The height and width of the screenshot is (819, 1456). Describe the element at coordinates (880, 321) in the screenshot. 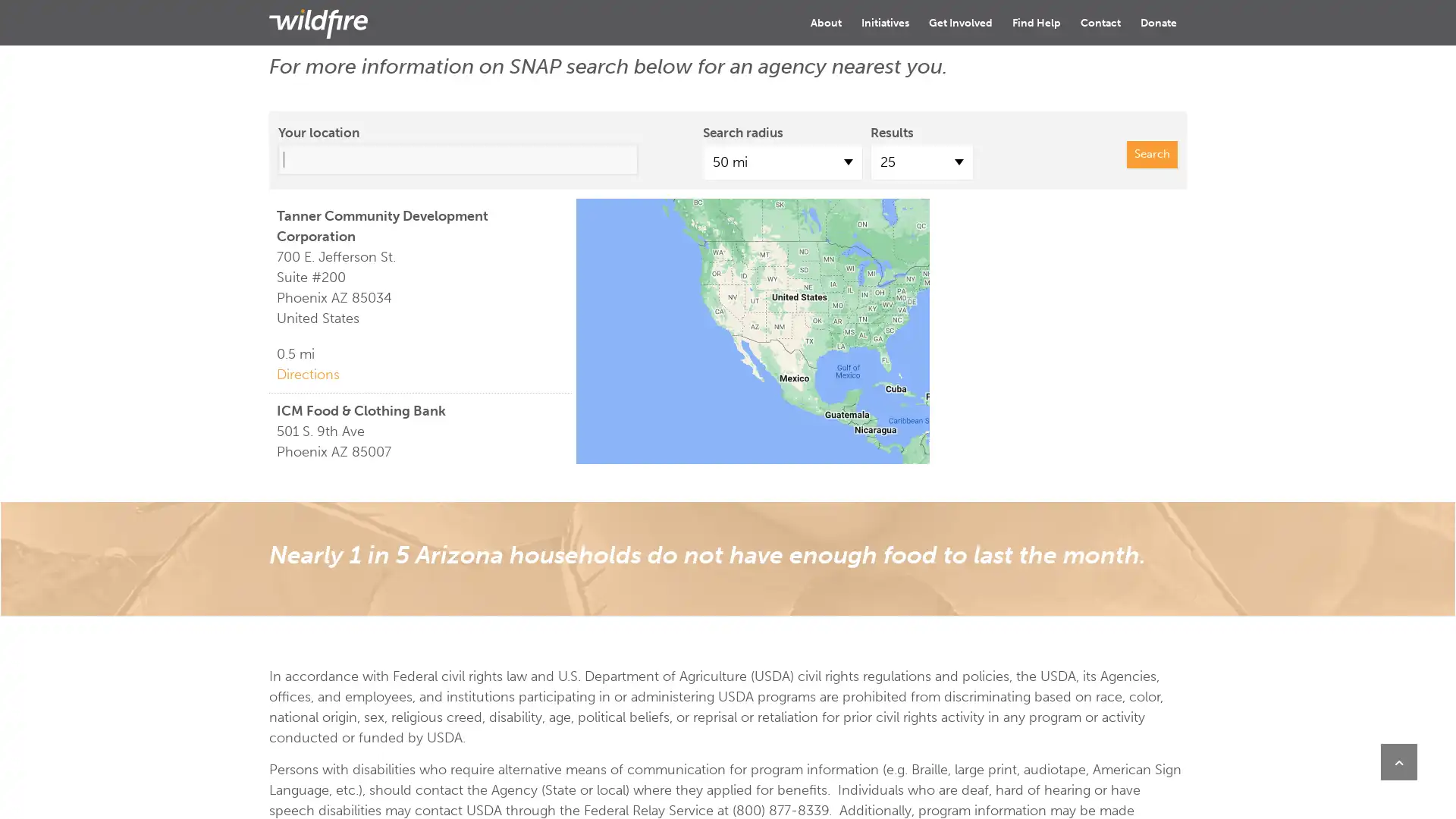

I see `Tanner Community Development Corporation` at that location.